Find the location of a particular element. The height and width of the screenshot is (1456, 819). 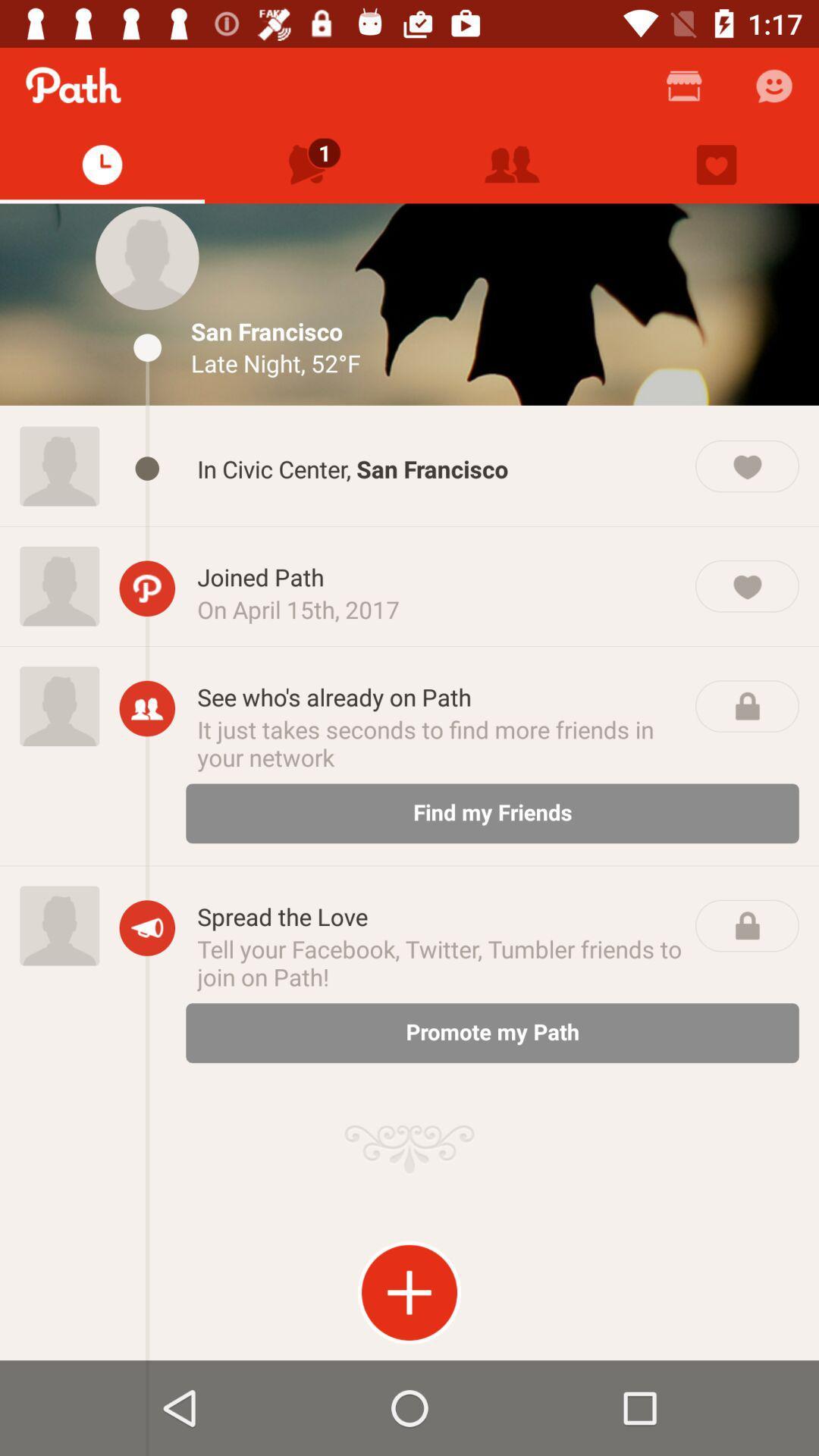

like option which is right top corner is located at coordinates (717, 165).